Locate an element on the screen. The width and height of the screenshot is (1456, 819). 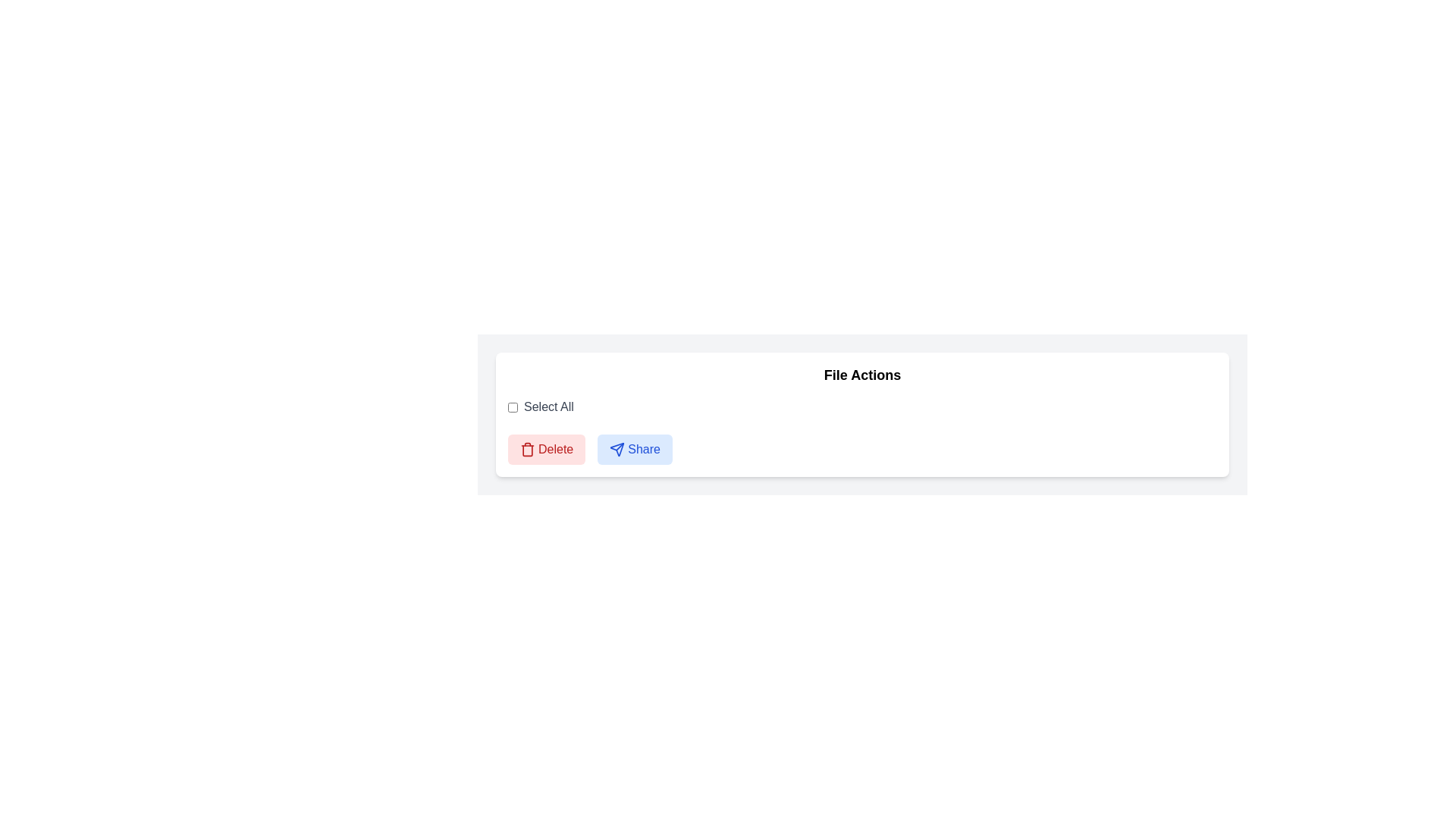
the checkbox located to the left of the 'Select All' label is located at coordinates (513, 406).